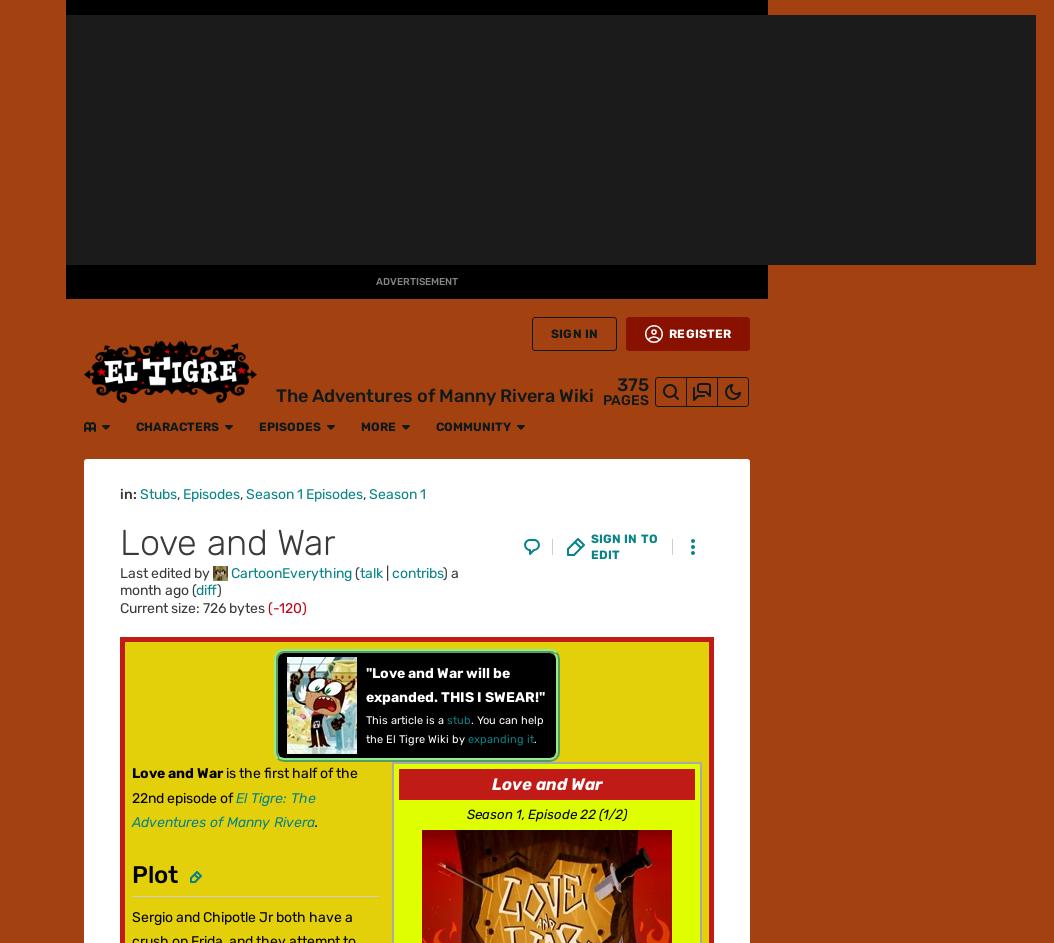 The height and width of the screenshot is (943, 1054). Describe the element at coordinates (161, 21) in the screenshot. I see `'Characters'` at that location.